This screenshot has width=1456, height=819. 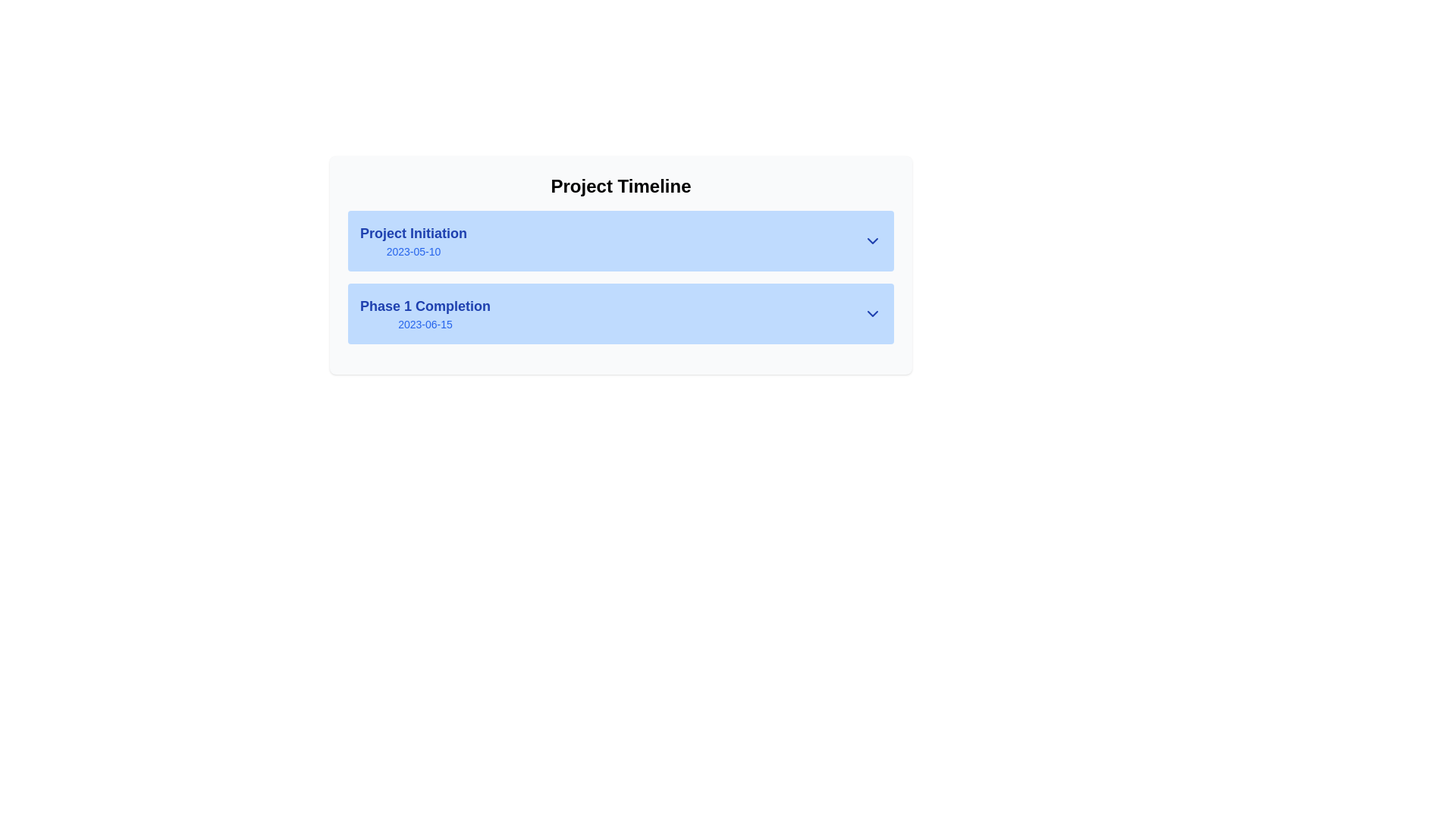 What do you see at coordinates (621, 329) in the screenshot?
I see `the 'Phase 1 Completion' list item in the project timeline` at bounding box center [621, 329].